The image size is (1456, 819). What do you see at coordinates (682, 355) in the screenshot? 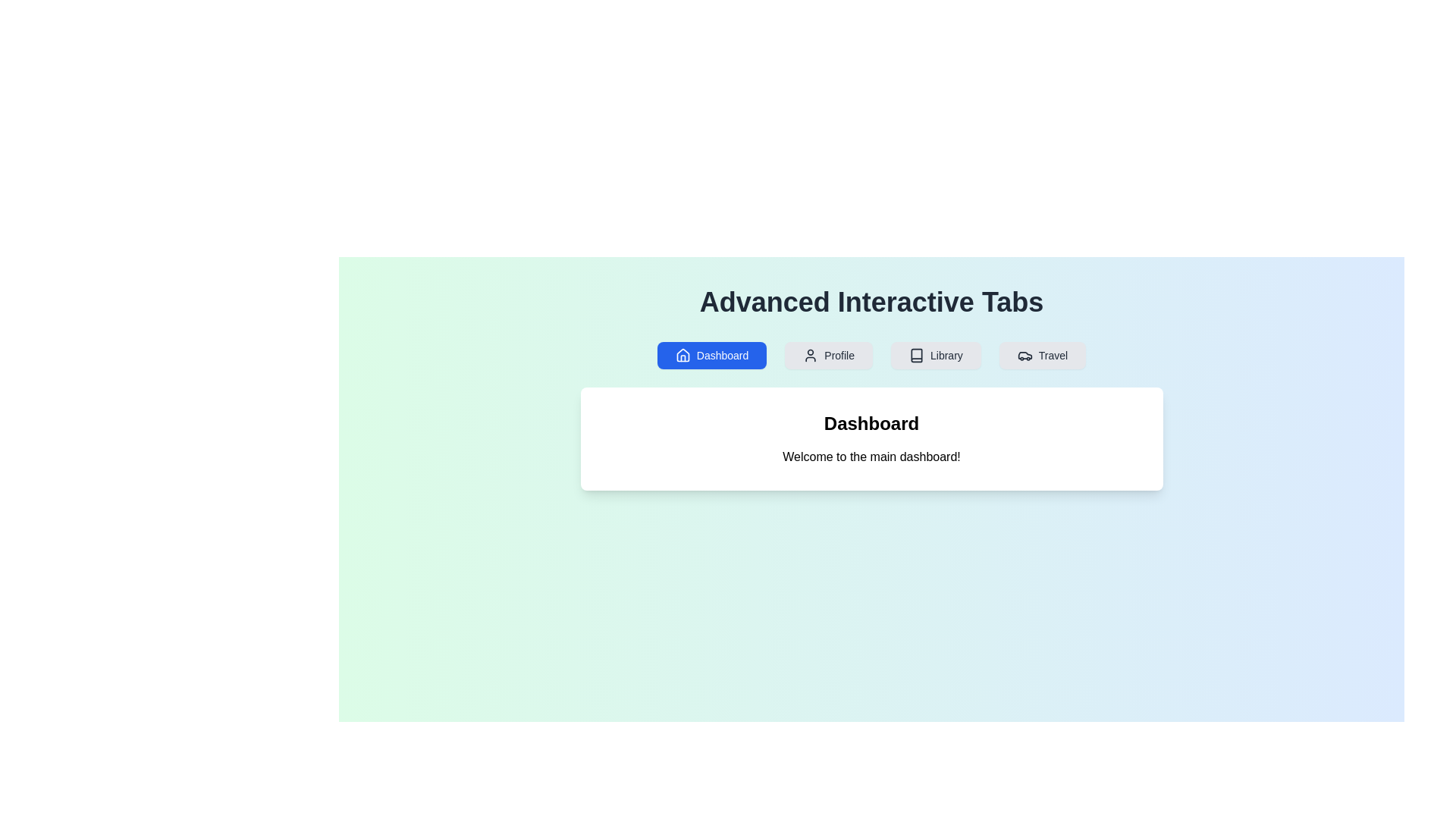
I see `the 'Dashboard' icon, which is represented by a house symbol and is part of the horizontal navigation menu, positioned to the left of the 'Profile' tab` at bounding box center [682, 355].